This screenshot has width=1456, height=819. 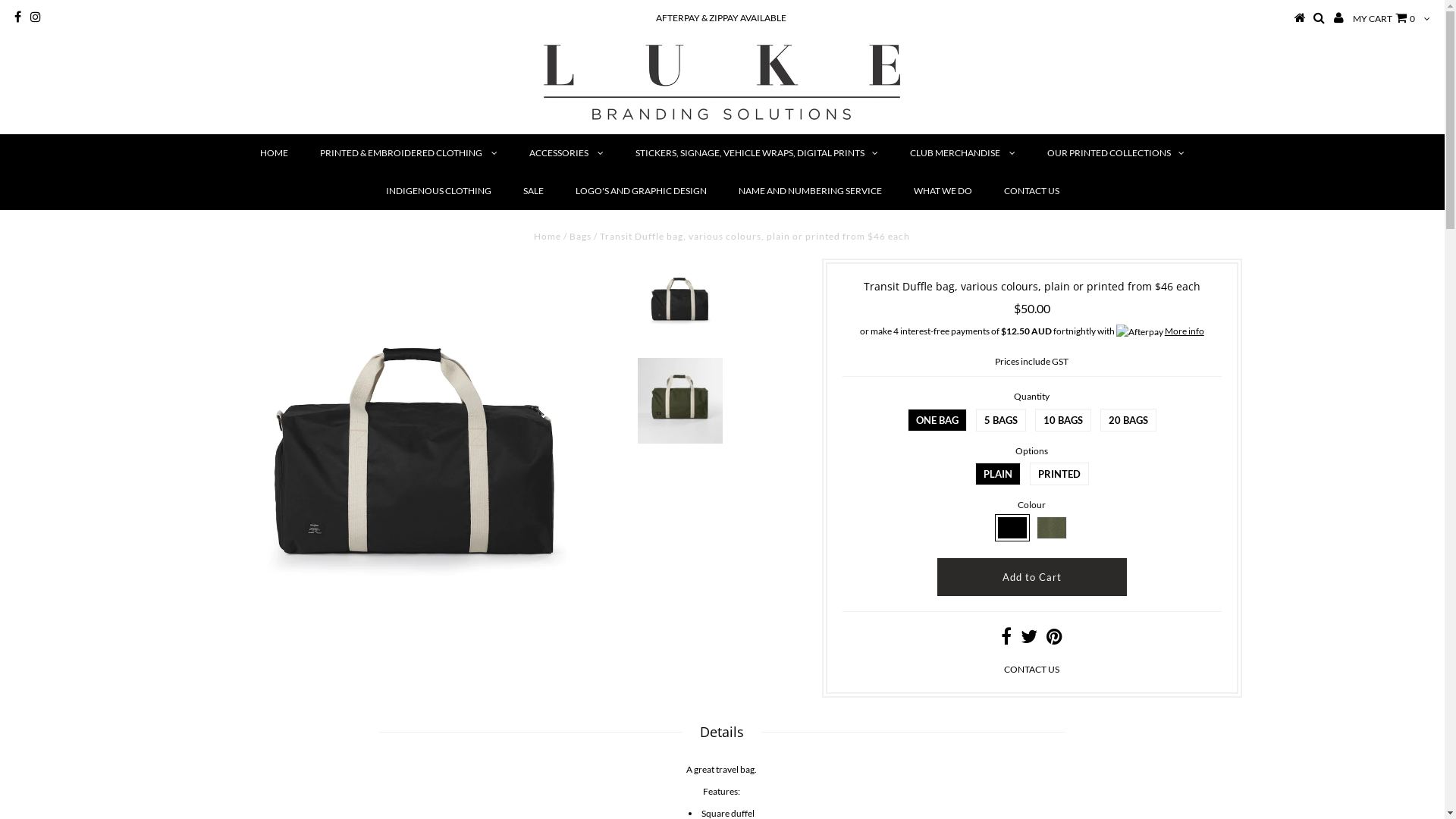 What do you see at coordinates (304, 152) in the screenshot?
I see `'PRINTED & EMBROIDERED CLOTHING'` at bounding box center [304, 152].